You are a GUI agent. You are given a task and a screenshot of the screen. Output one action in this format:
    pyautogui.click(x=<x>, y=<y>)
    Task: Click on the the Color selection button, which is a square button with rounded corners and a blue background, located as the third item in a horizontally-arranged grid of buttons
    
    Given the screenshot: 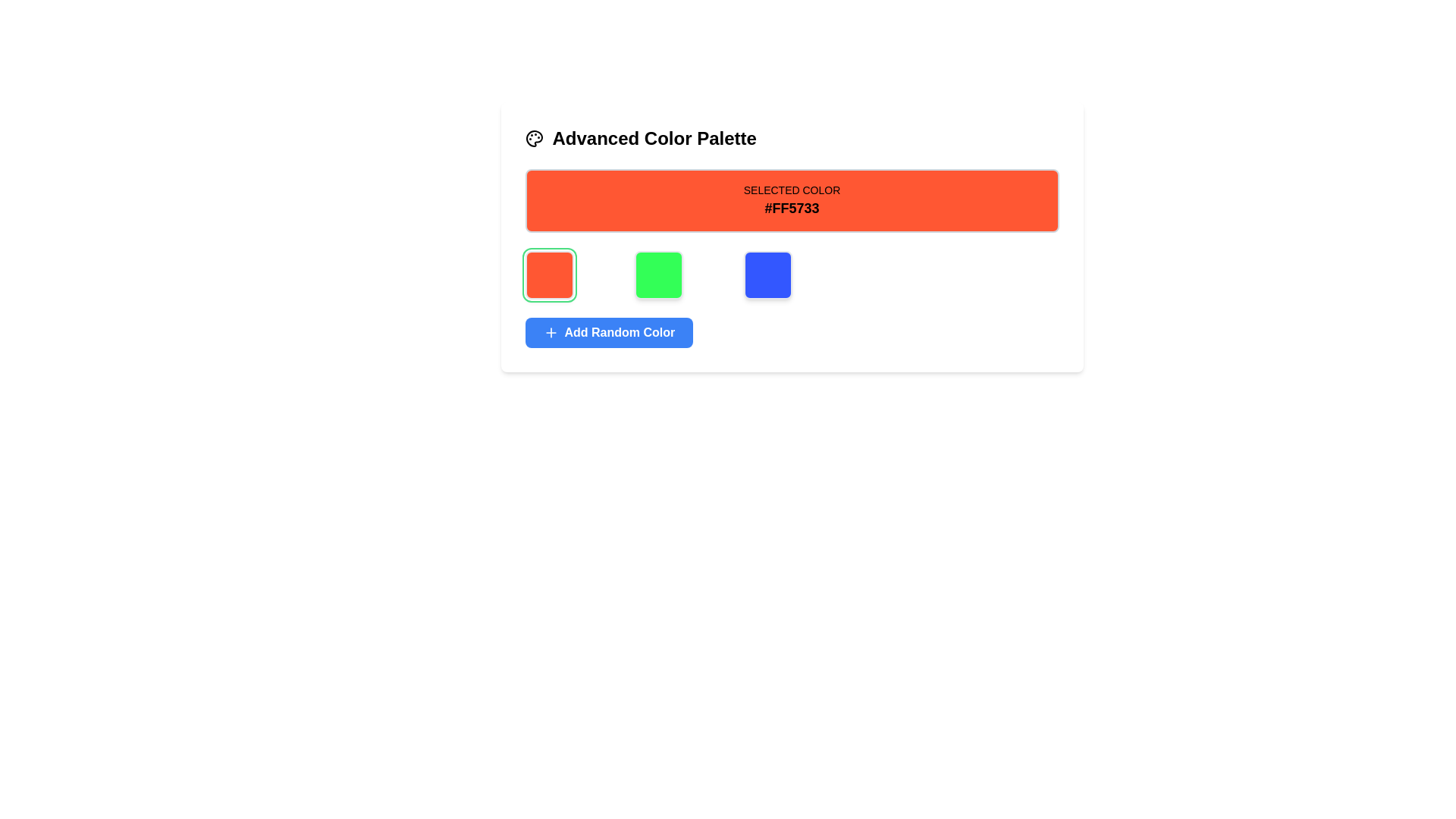 What is the action you would take?
    pyautogui.click(x=767, y=275)
    